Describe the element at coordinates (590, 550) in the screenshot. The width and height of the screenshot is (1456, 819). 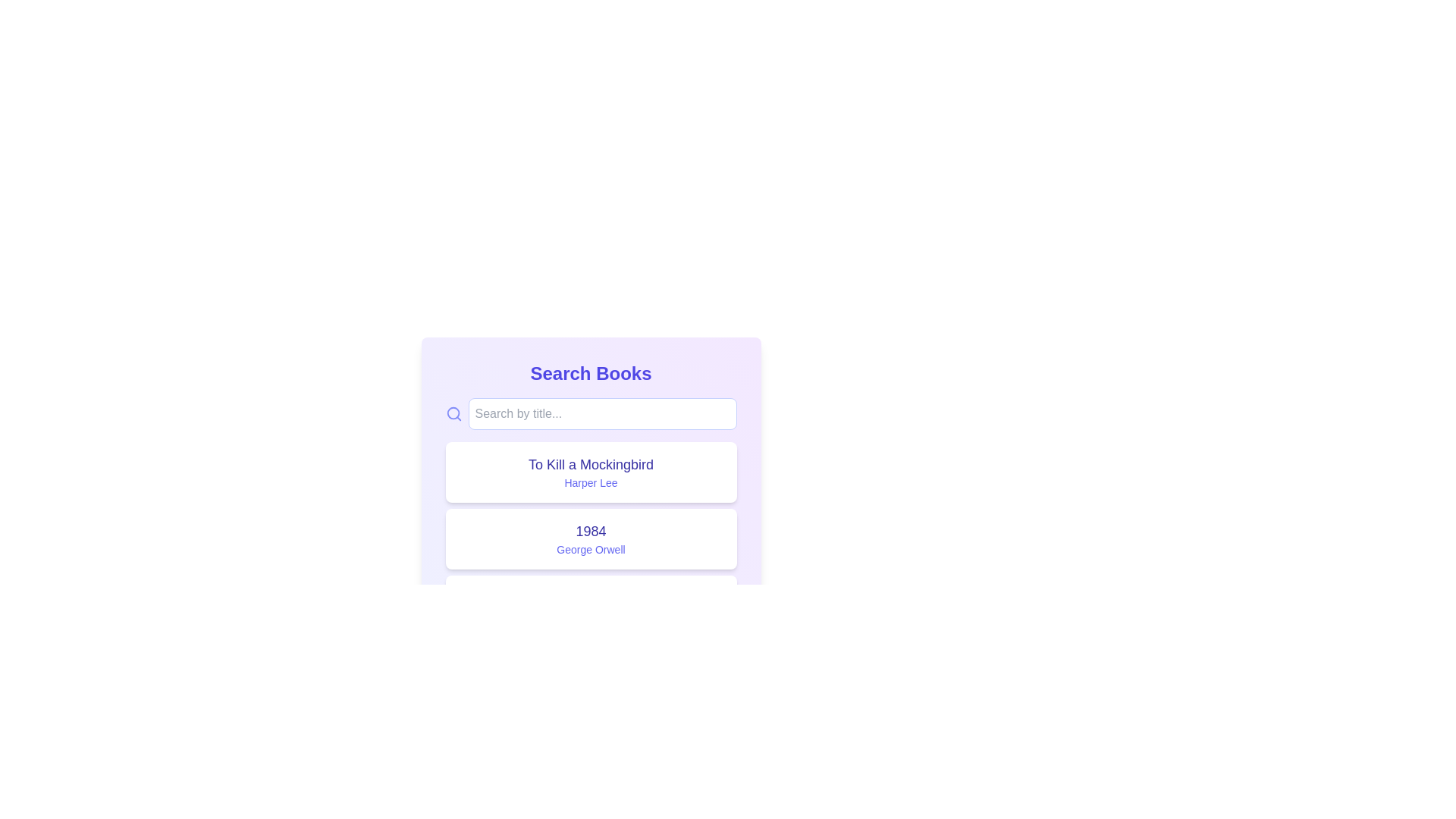
I see `author name displayed in the informational text label located at the bottom of the book details card, directly beneath the title '1984'` at that location.